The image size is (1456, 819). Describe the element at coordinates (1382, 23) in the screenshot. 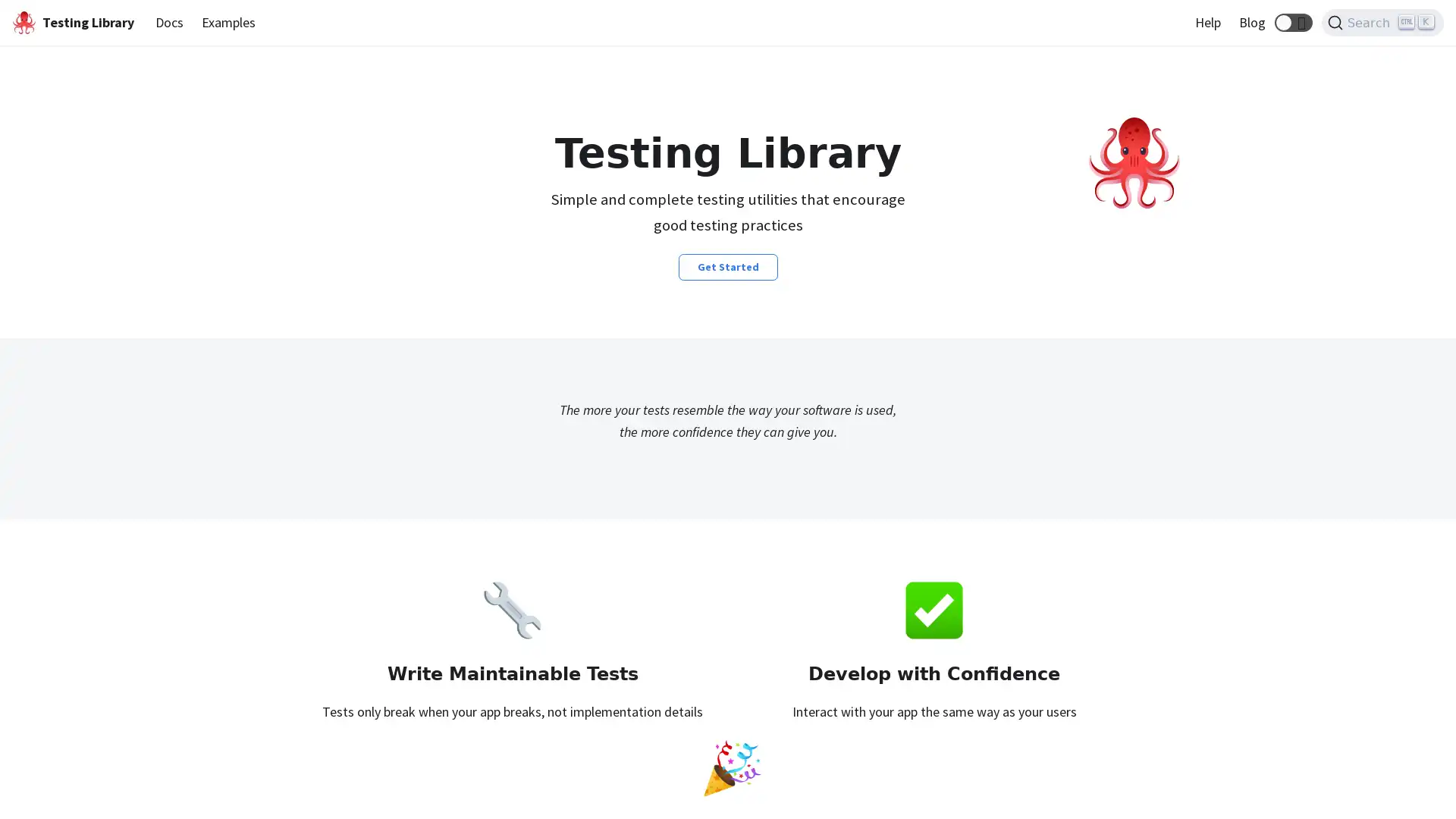

I see `Search` at that location.